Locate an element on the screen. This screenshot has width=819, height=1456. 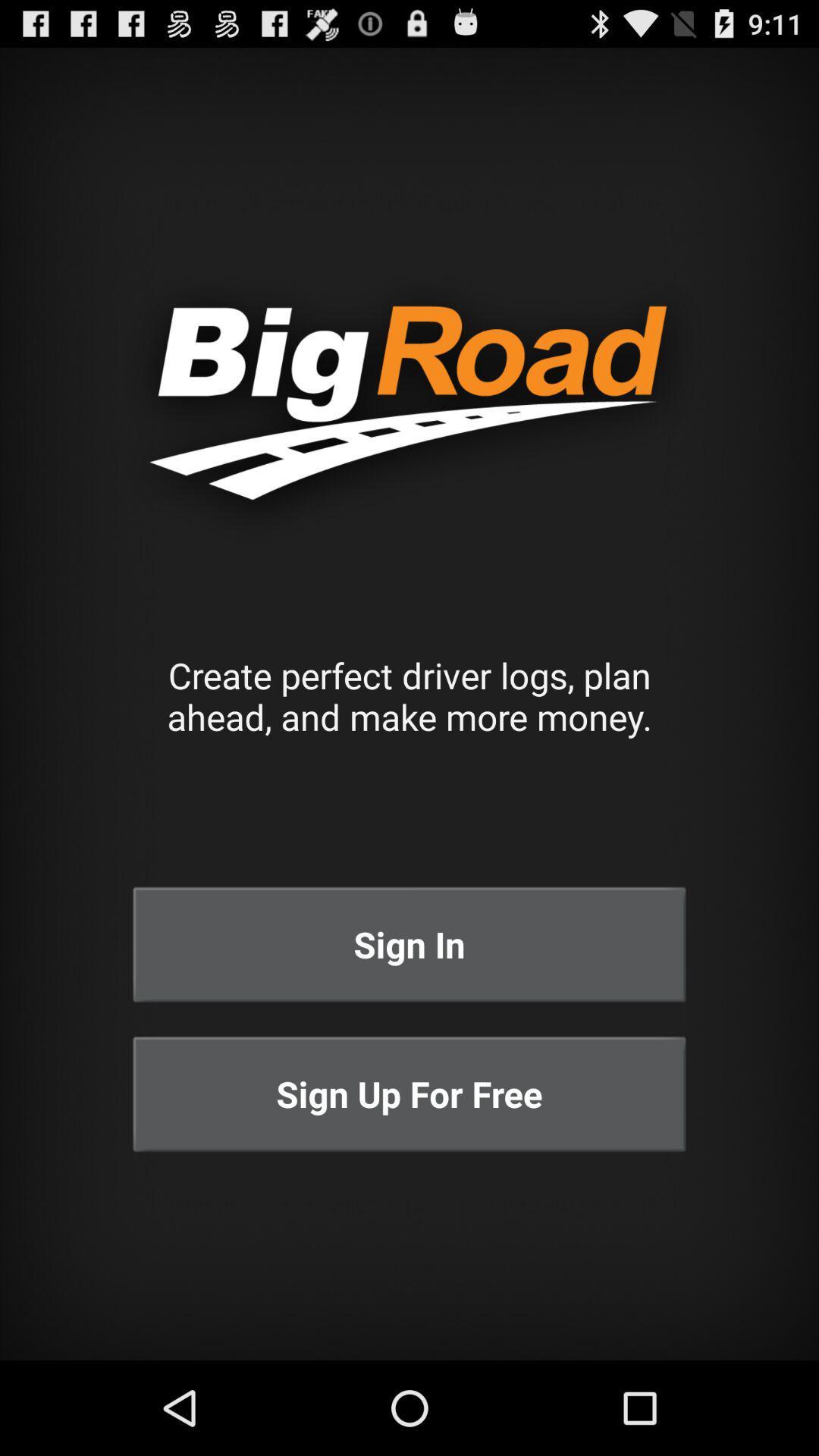
the sign up for item is located at coordinates (409, 1094).